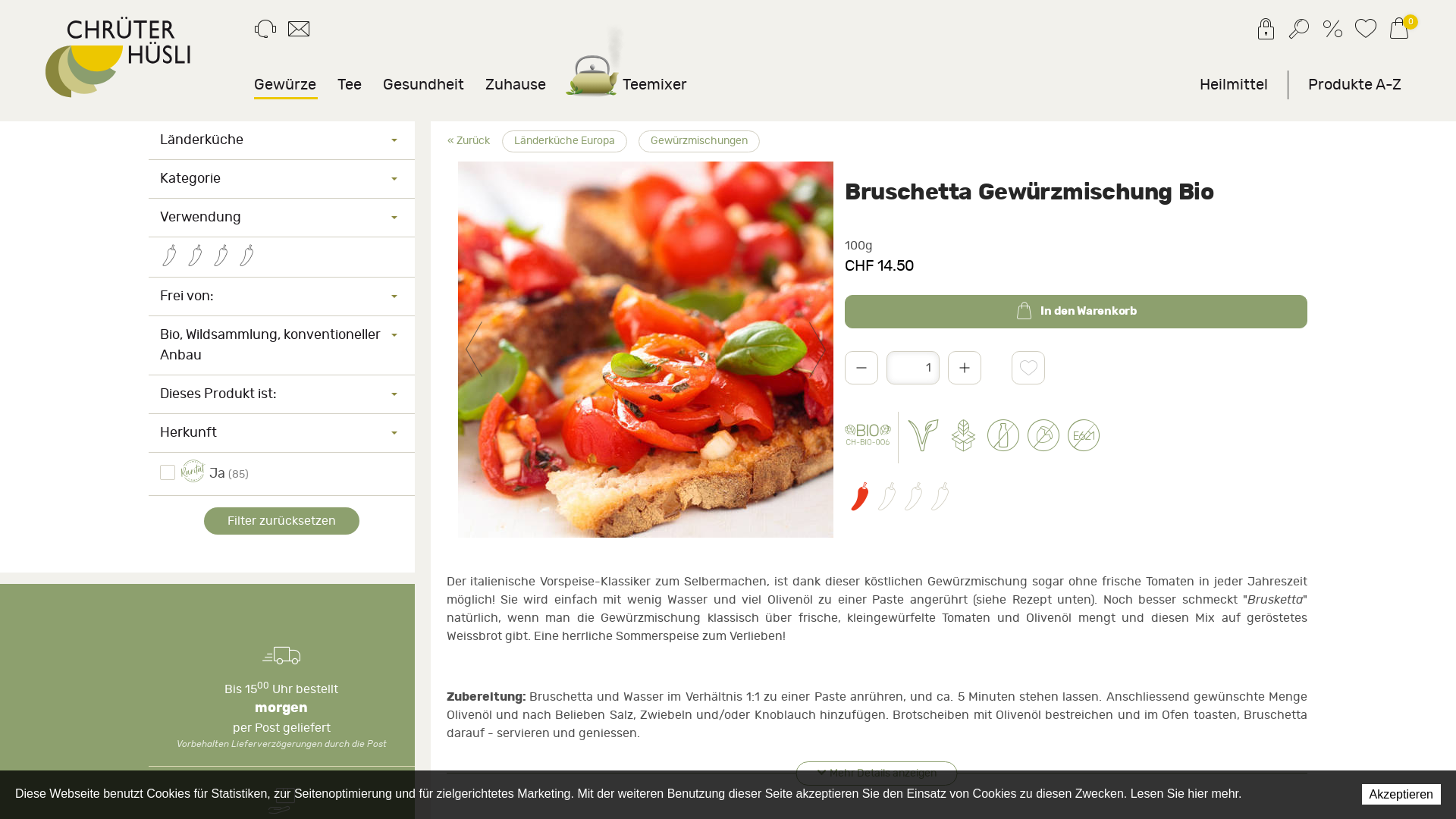 This screenshot has height=819, width=1456. I want to click on 'Bio, Wildsammlung, konventioneller Anbau', so click(281, 345).